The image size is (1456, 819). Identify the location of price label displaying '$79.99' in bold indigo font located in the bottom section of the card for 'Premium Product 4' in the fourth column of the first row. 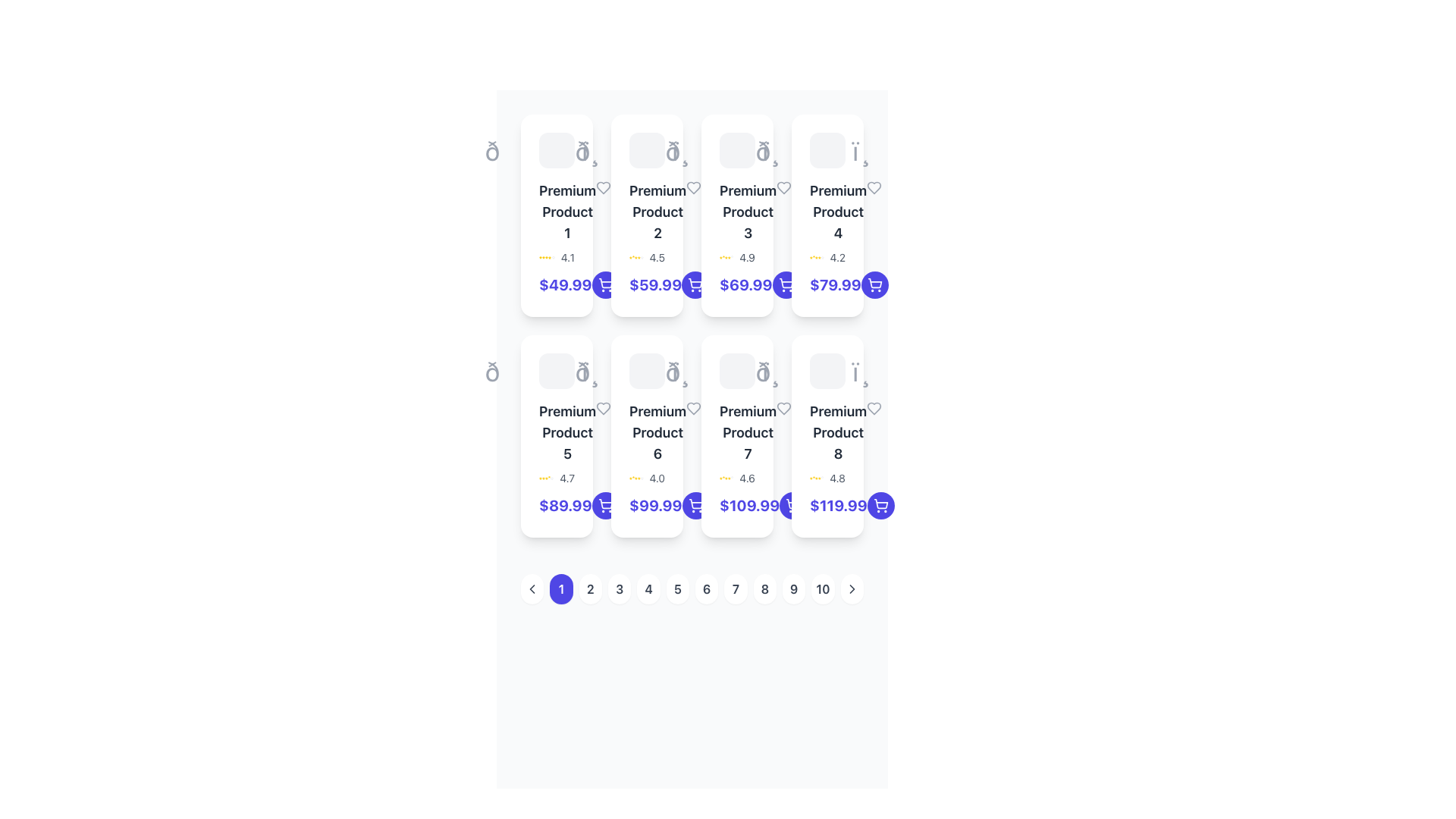
(827, 284).